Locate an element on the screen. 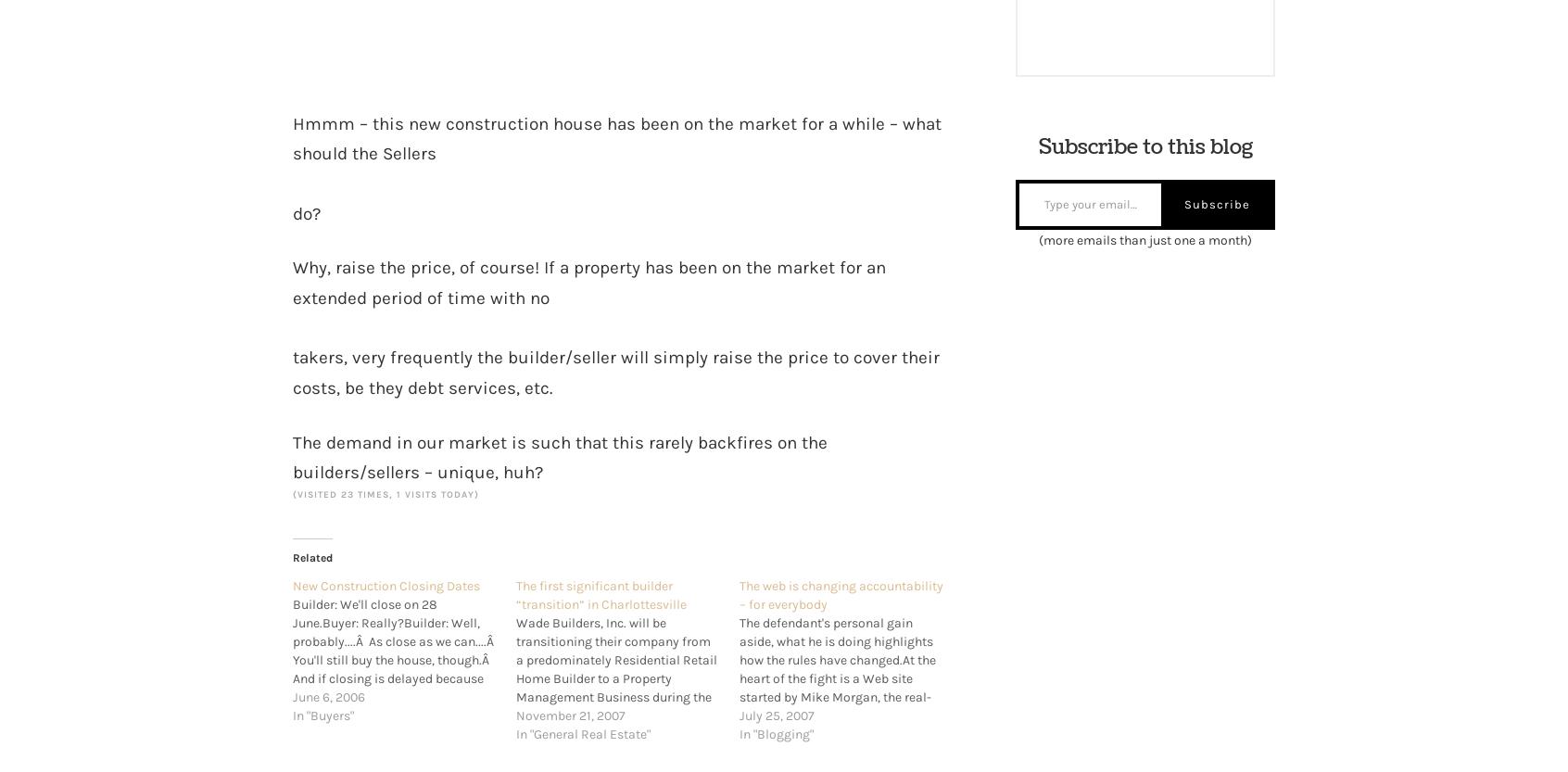 The width and height of the screenshot is (1568, 772). '(more emails than just one a month)' is located at coordinates (1145, 240).